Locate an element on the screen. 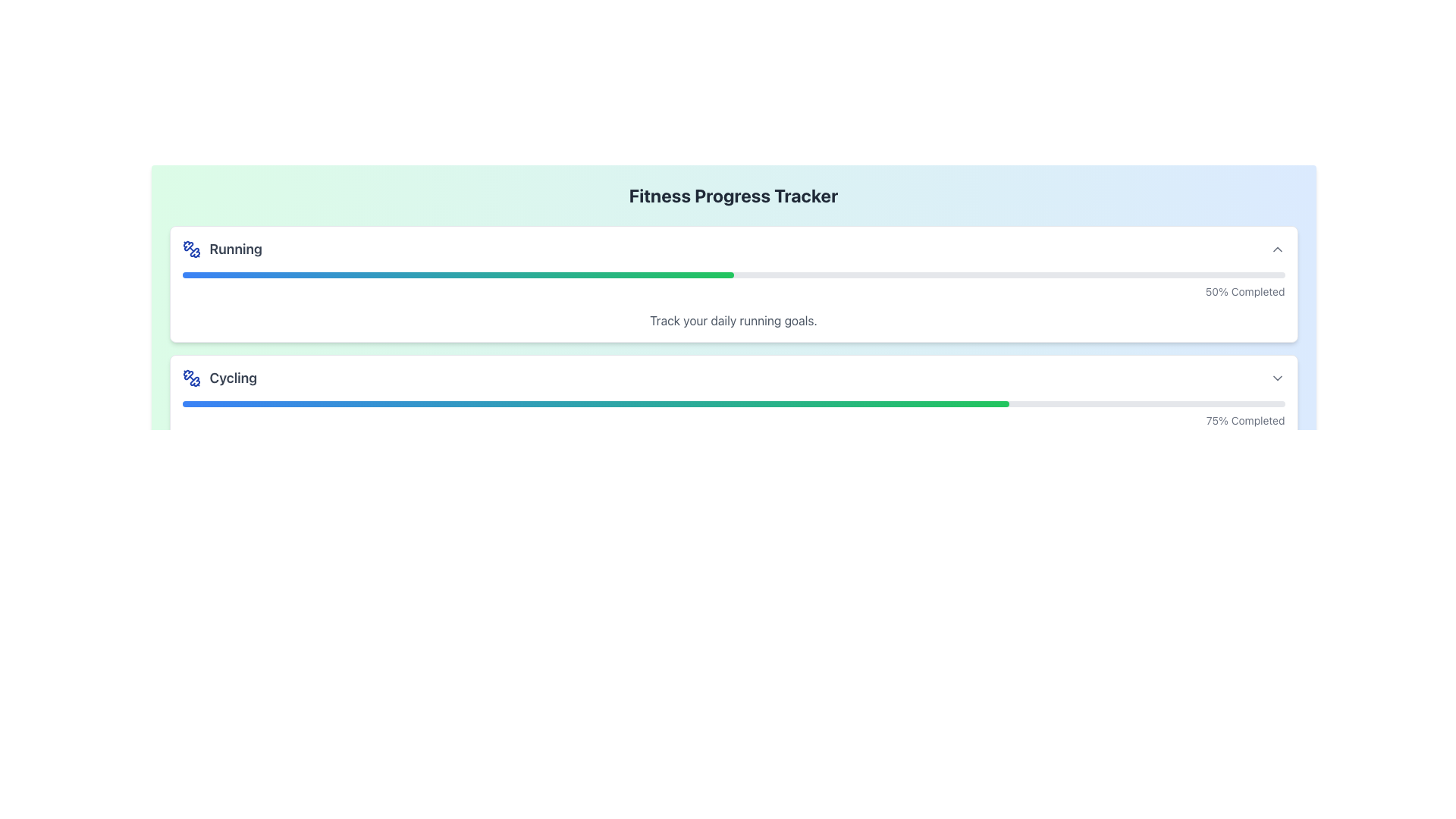 The width and height of the screenshot is (1456, 819). the progress bar indicating 50% completion status for the 'Running' activity located in the top progress tracking bar is located at coordinates (457, 275).